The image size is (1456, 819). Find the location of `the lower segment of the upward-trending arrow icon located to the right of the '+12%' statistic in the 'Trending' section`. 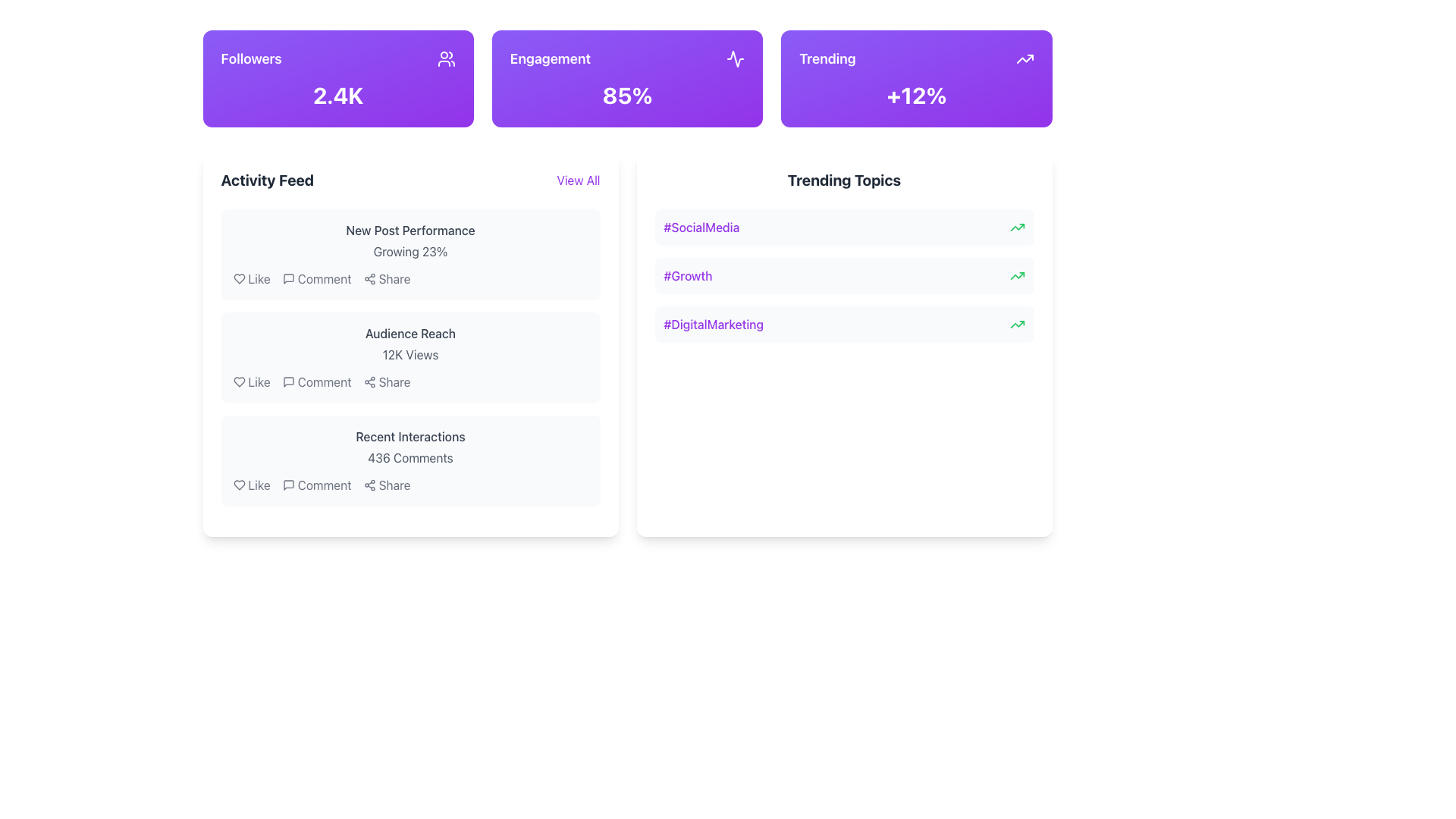

the lower segment of the upward-trending arrow icon located to the right of the '+12%' statistic in the 'Trending' section is located at coordinates (1017, 227).